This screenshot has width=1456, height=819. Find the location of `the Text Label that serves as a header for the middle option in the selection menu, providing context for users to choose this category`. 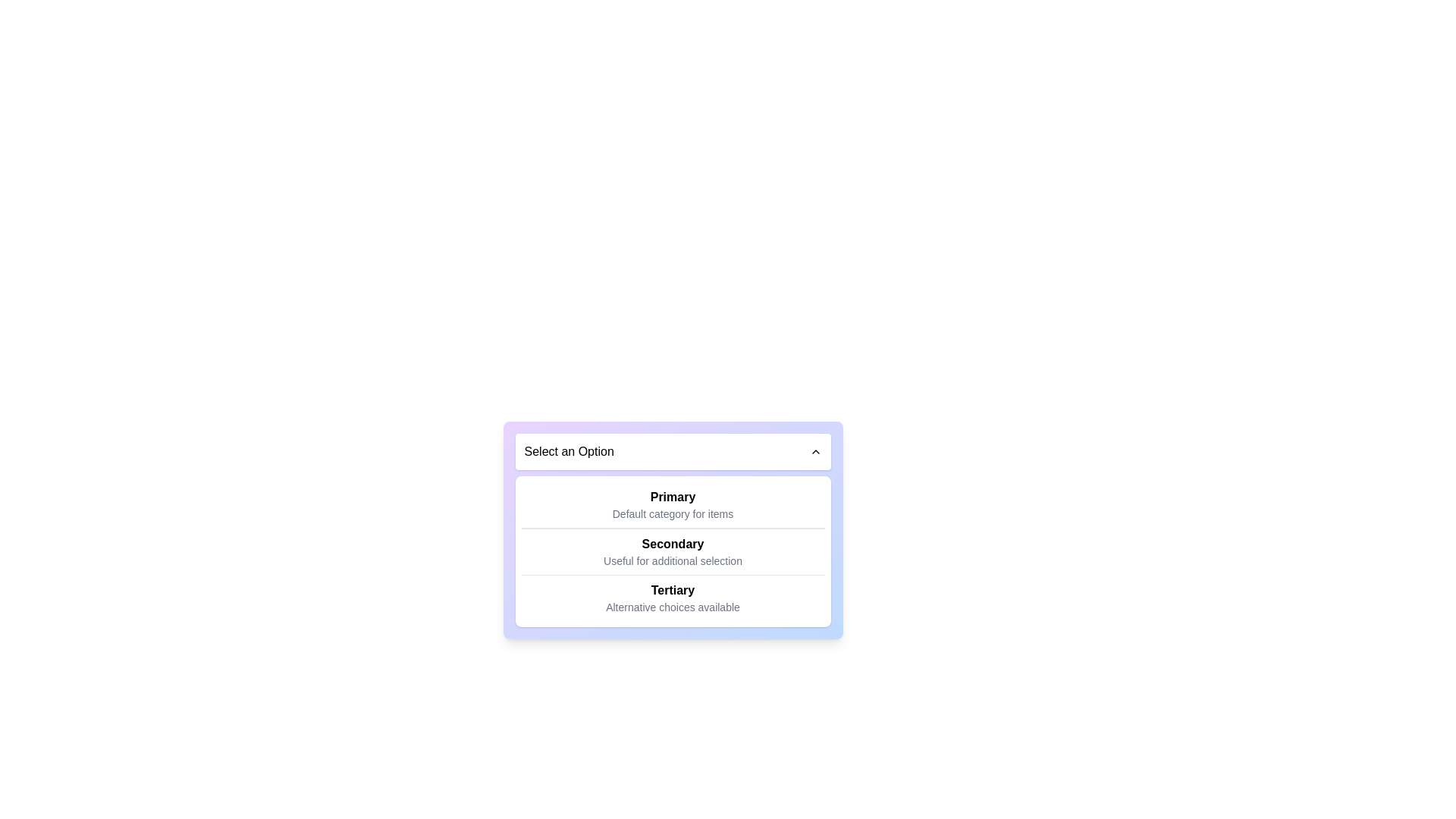

the Text Label that serves as a header for the middle option in the selection menu, providing context for users to choose this category is located at coordinates (672, 543).